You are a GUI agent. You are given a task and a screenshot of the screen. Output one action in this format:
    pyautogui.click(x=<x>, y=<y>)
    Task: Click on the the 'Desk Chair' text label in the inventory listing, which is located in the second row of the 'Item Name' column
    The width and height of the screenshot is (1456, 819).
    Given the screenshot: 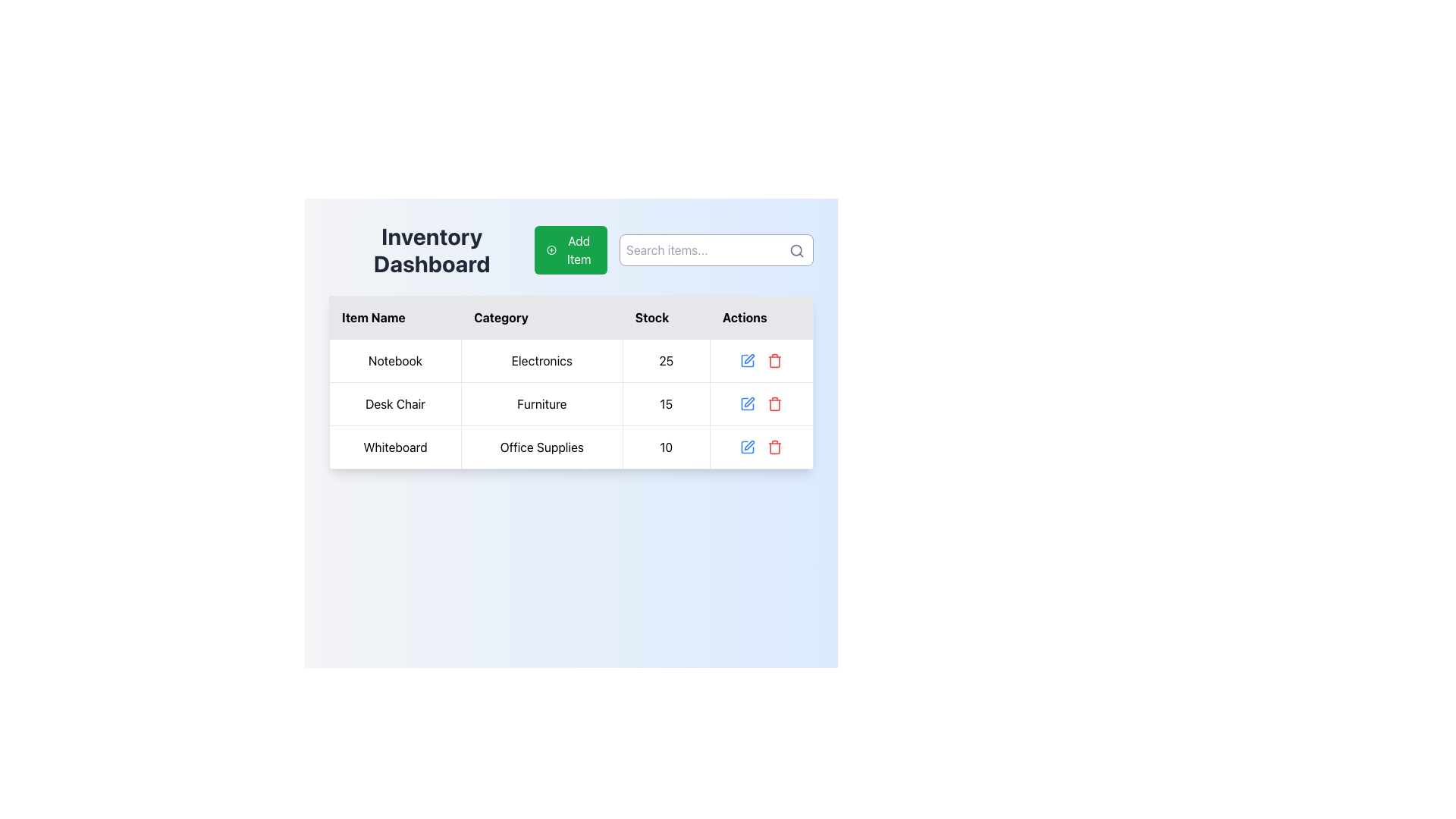 What is the action you would take?
    pyautogui.click(x=395, y=403)
    